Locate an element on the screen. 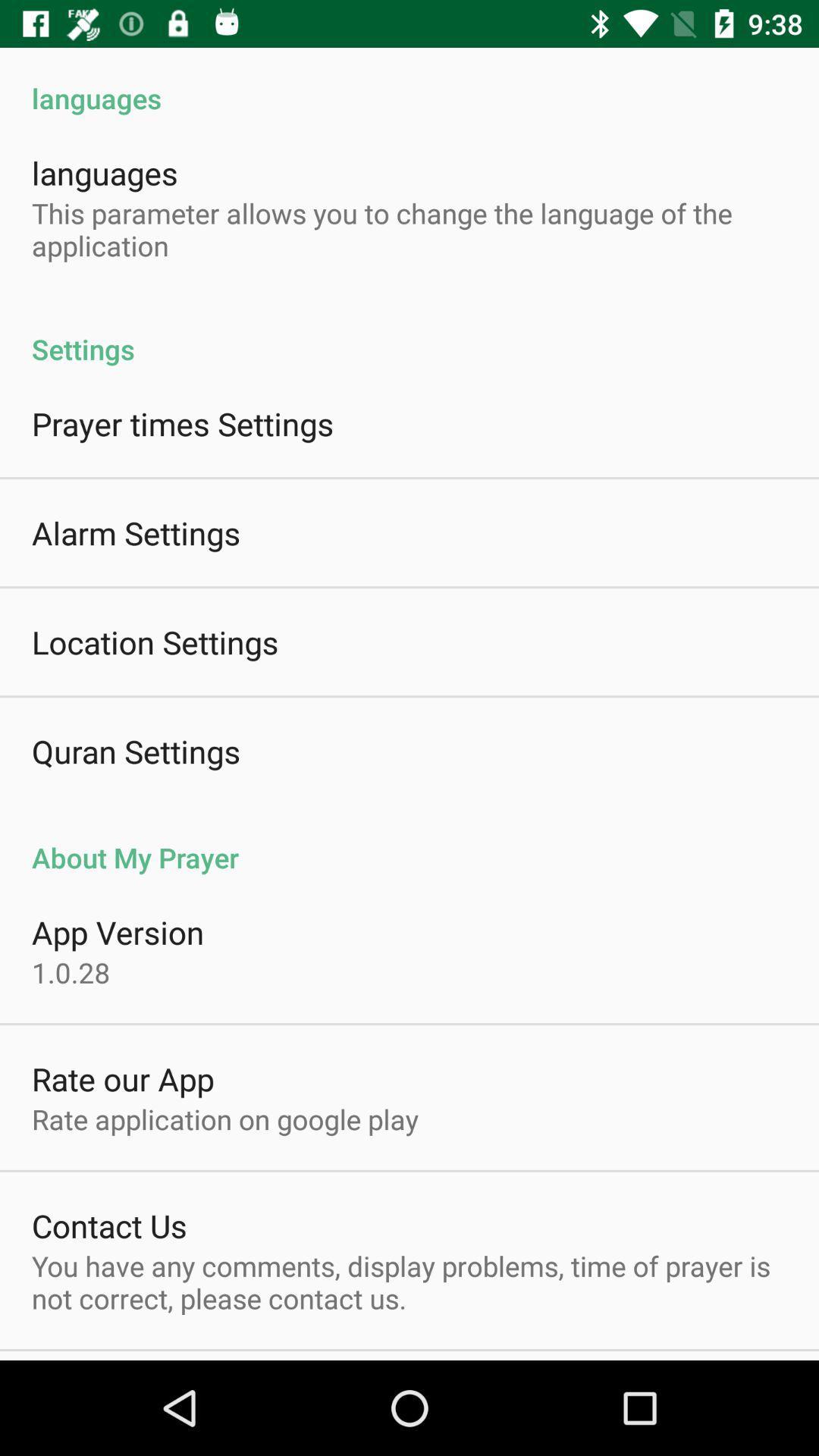 The width and height of the screenshot is (819, 1456). the item below 1.0.28 icon is located at coordinates (122, 1078).